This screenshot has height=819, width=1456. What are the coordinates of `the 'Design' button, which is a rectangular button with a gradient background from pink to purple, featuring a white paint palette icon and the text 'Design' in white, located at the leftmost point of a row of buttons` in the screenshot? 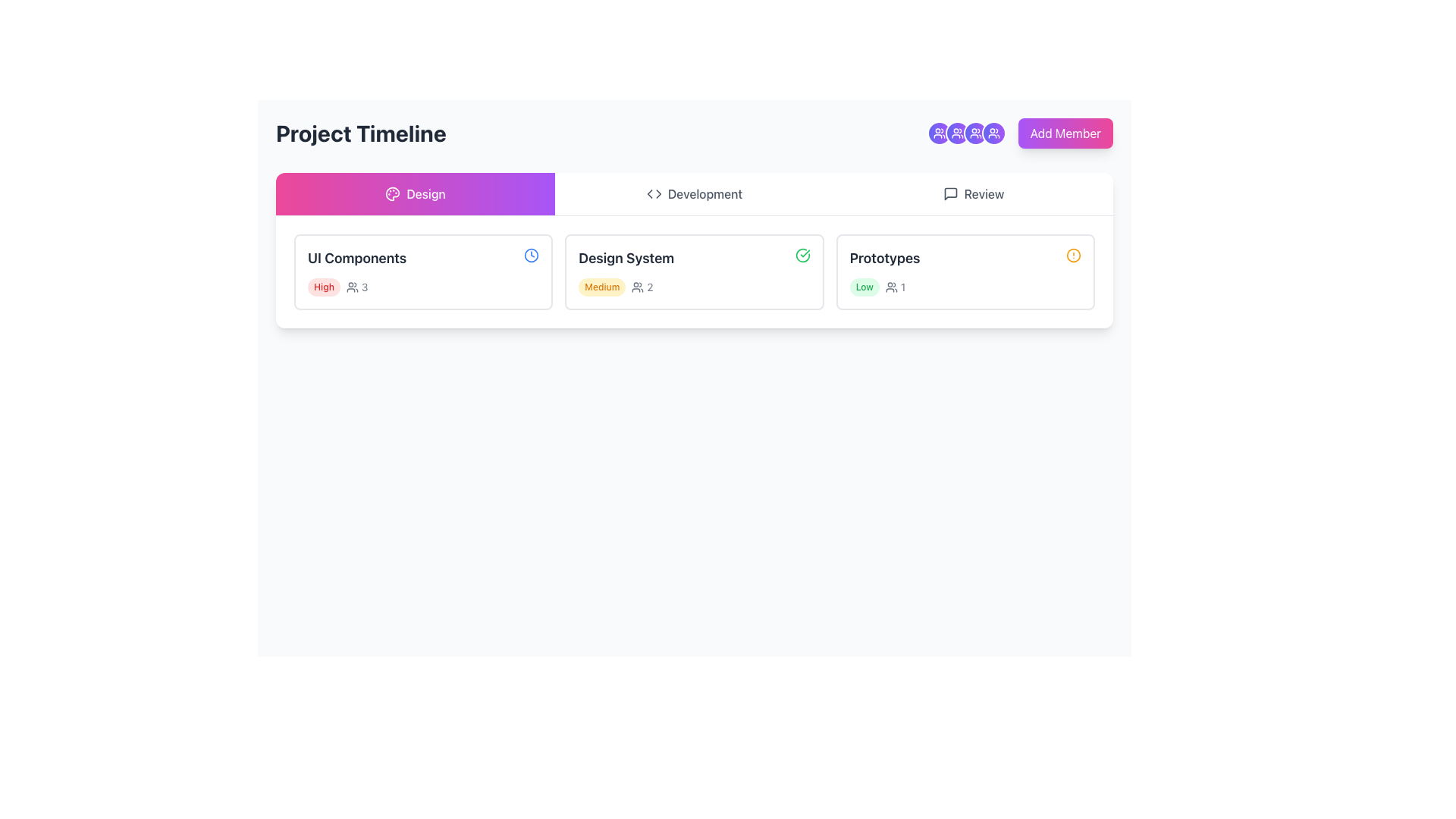 It's located at (415, 193).